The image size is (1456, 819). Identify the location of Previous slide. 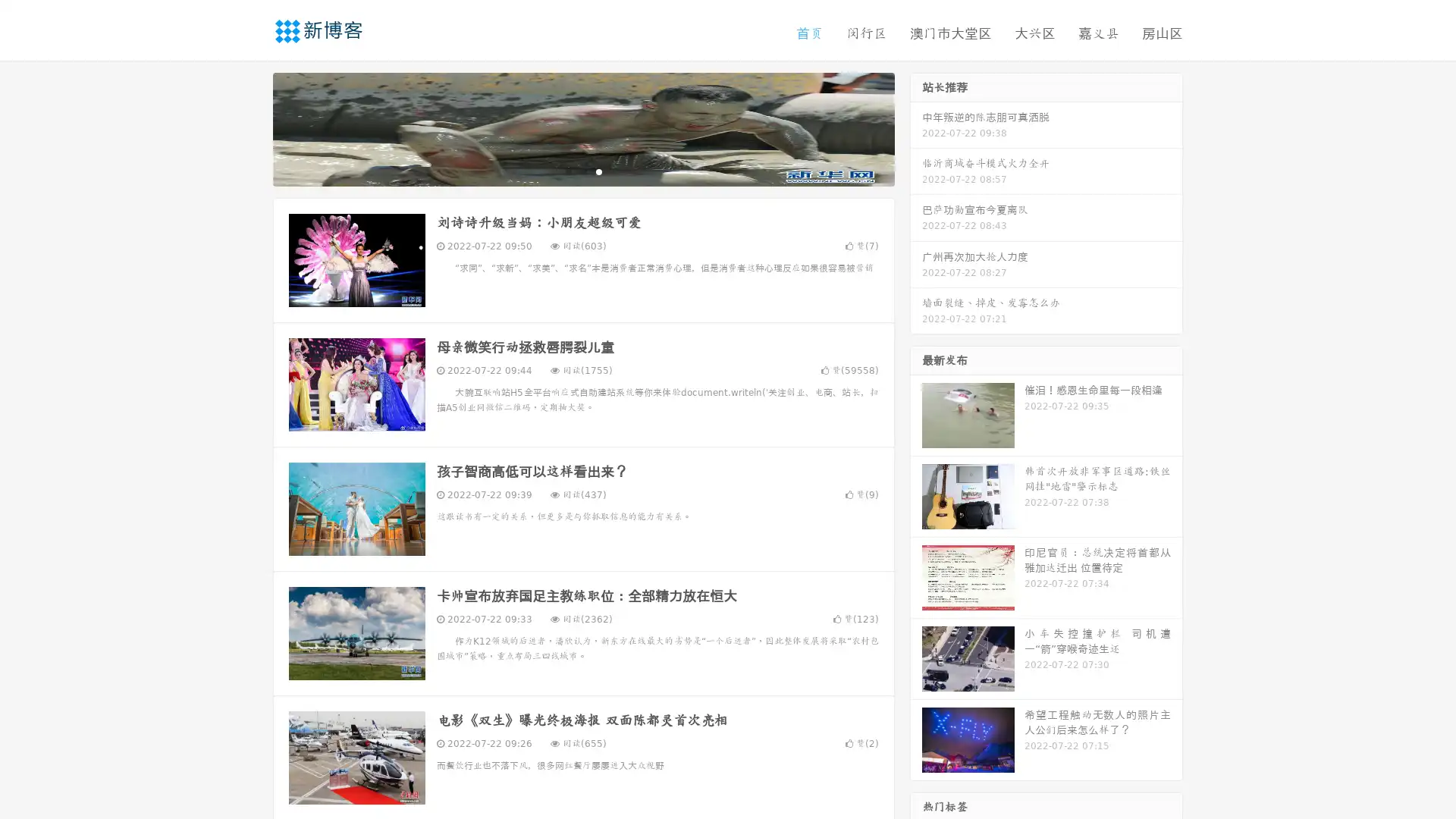
(250, 127).